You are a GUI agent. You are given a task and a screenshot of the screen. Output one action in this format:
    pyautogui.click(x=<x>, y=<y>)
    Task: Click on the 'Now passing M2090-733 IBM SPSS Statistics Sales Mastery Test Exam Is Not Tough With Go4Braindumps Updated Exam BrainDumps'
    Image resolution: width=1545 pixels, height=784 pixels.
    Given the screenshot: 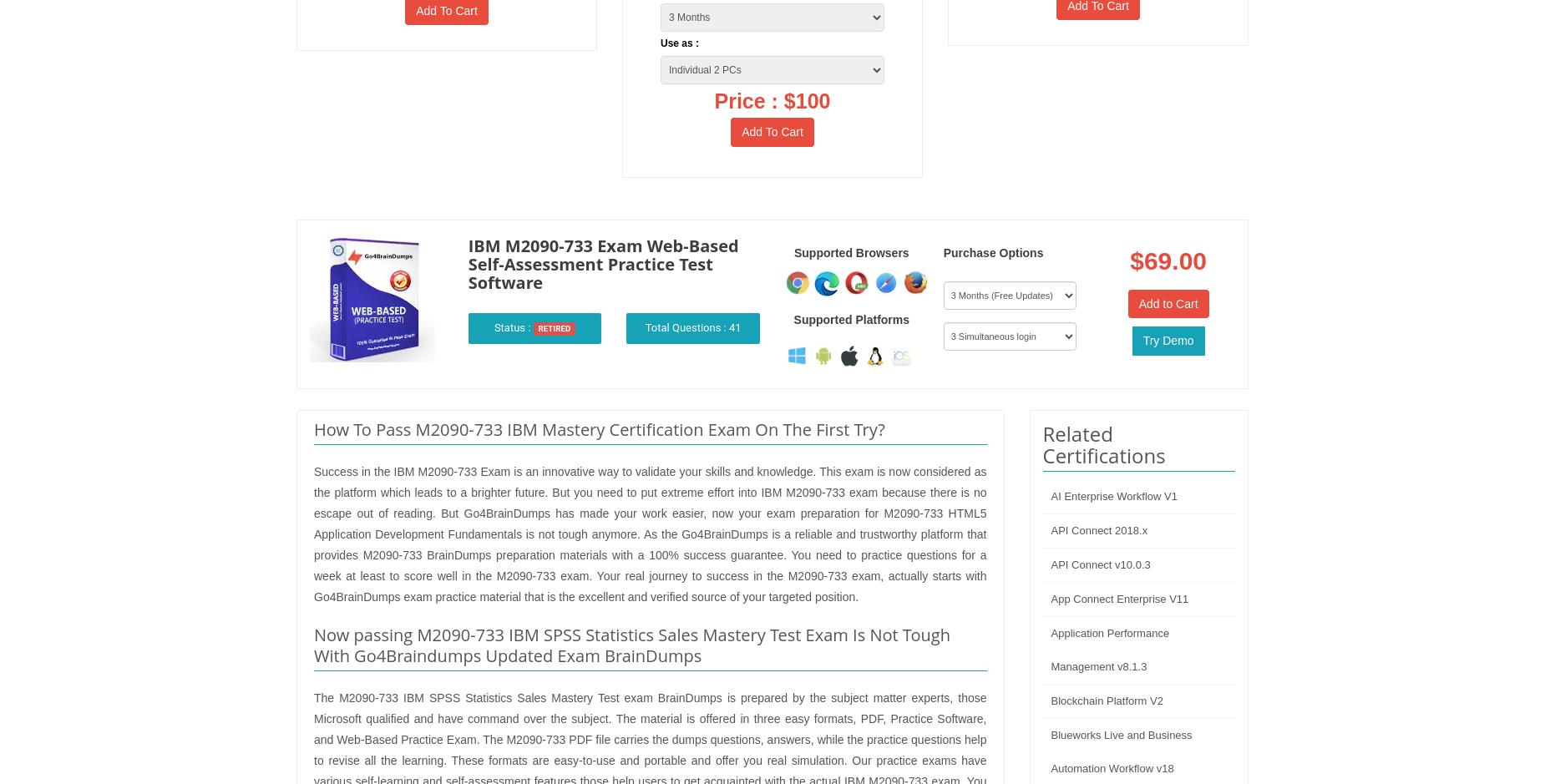 What is the action you would take?
    pyautogui.click(x=632, y=644)
    